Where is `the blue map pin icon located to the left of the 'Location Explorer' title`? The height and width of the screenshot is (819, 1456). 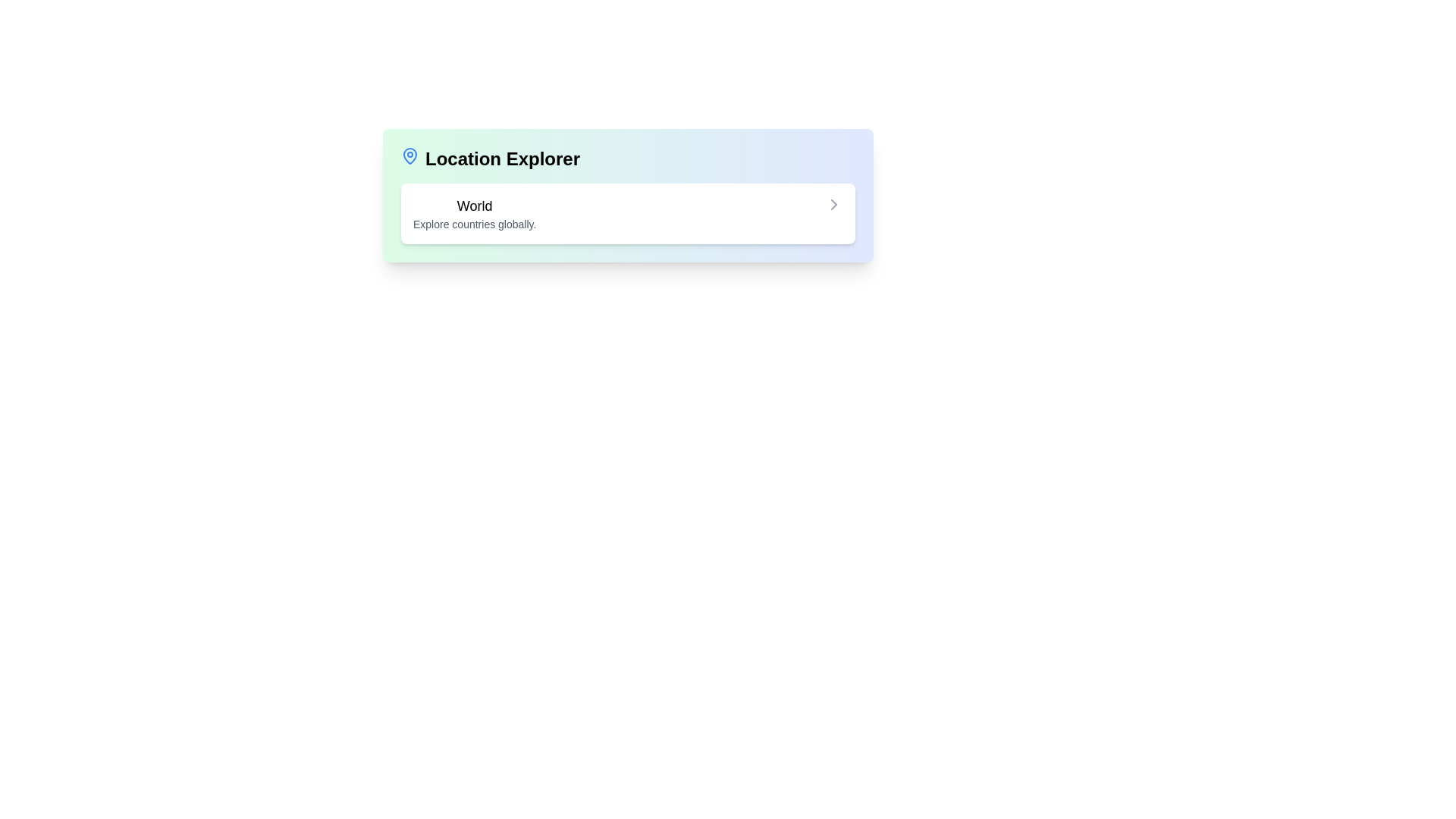 the blue map pin icon located to the left of the 'Location Explorer' title is located at coordinates (410, 155).